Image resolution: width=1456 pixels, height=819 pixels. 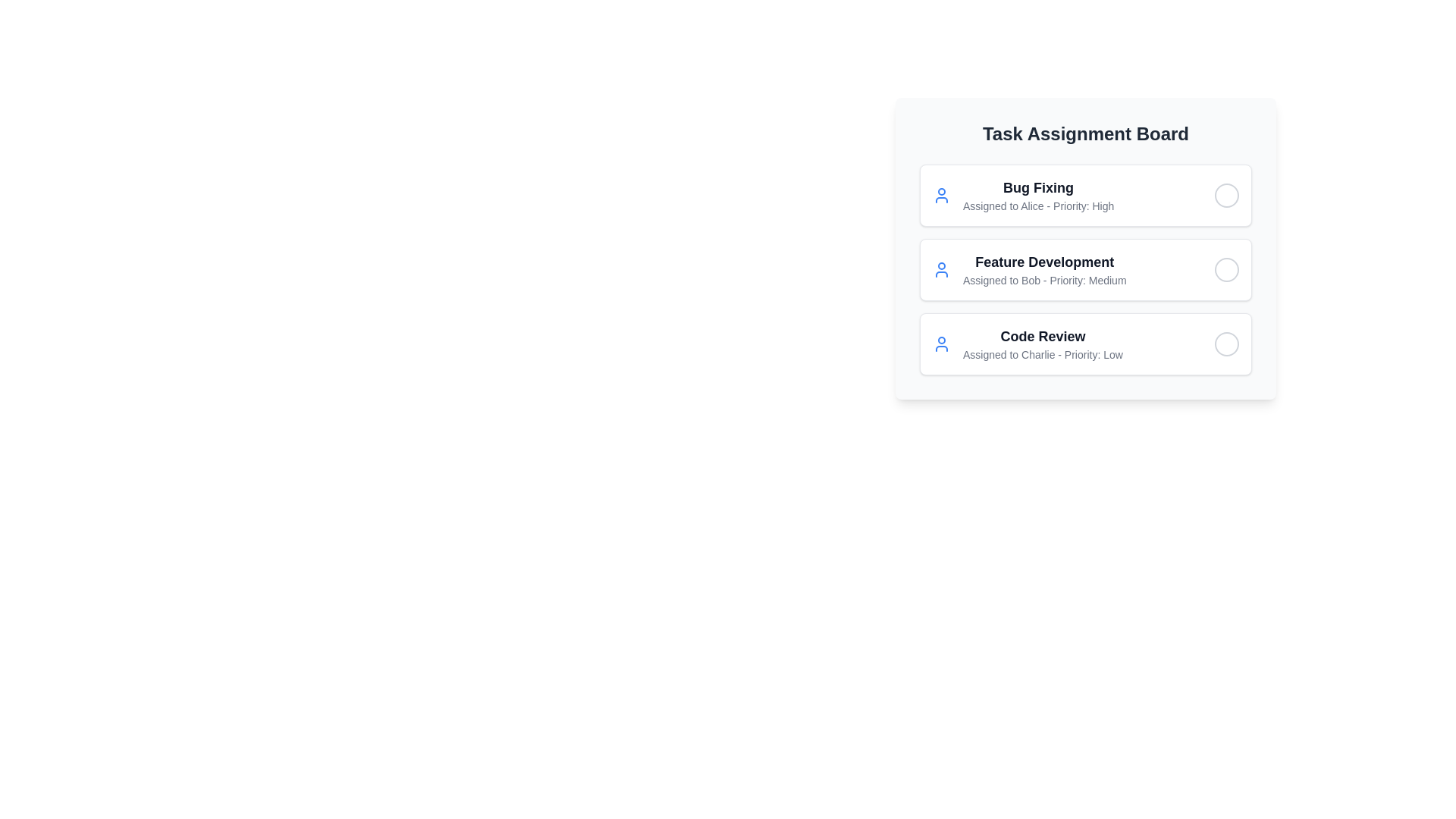 What do you see at coordinates (1037, 206) in the screenshot?
I see `the text display label that provides details about the task 'Bug Fixing', which shows the assigned person as Alice and the priority level as High, located under the 'Task Assignment Board'` at bounding box center [1037, 206].